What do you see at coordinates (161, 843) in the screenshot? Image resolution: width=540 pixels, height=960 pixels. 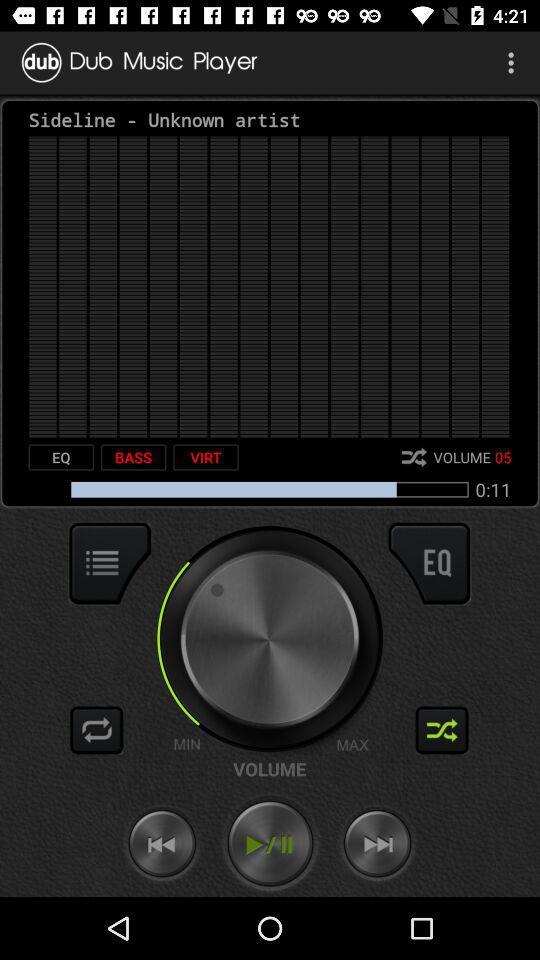 I see `this button song backward` at bounding box center [161, 843].